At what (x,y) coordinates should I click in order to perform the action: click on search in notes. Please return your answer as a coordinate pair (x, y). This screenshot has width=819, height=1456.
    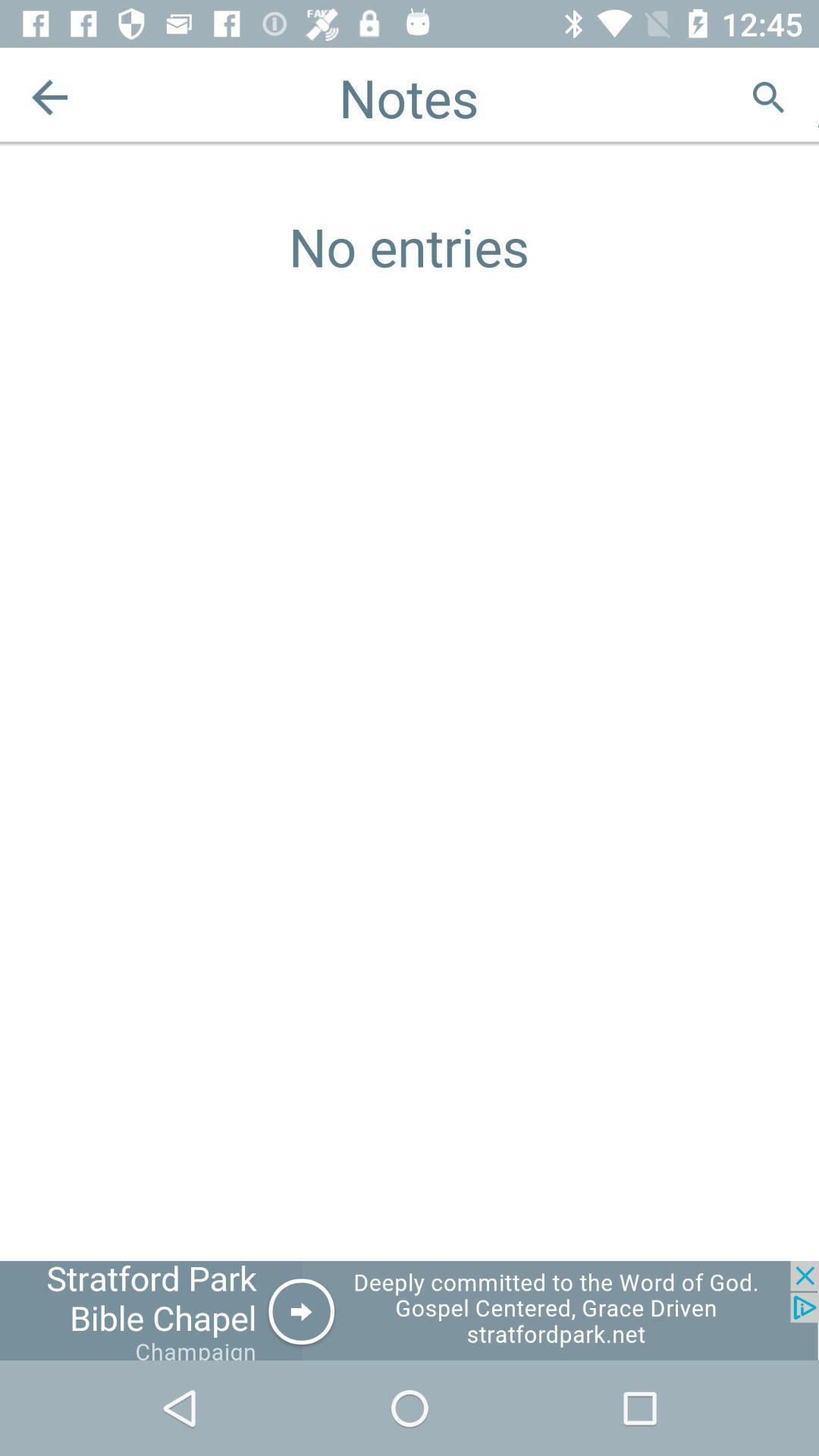
    Looking at the image, I should click on (768, 96).